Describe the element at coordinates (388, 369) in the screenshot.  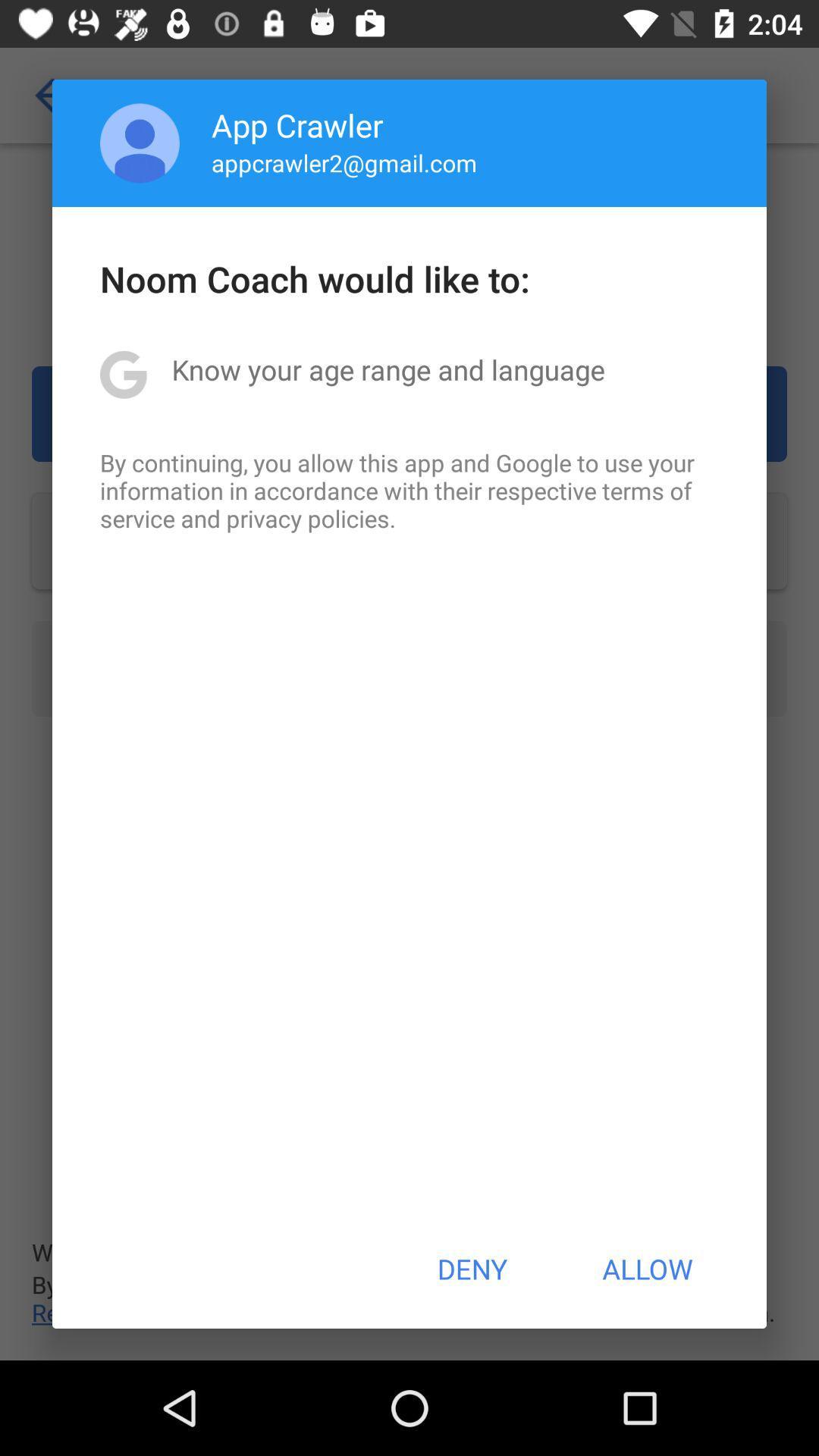
I see `know your age item` at that location.